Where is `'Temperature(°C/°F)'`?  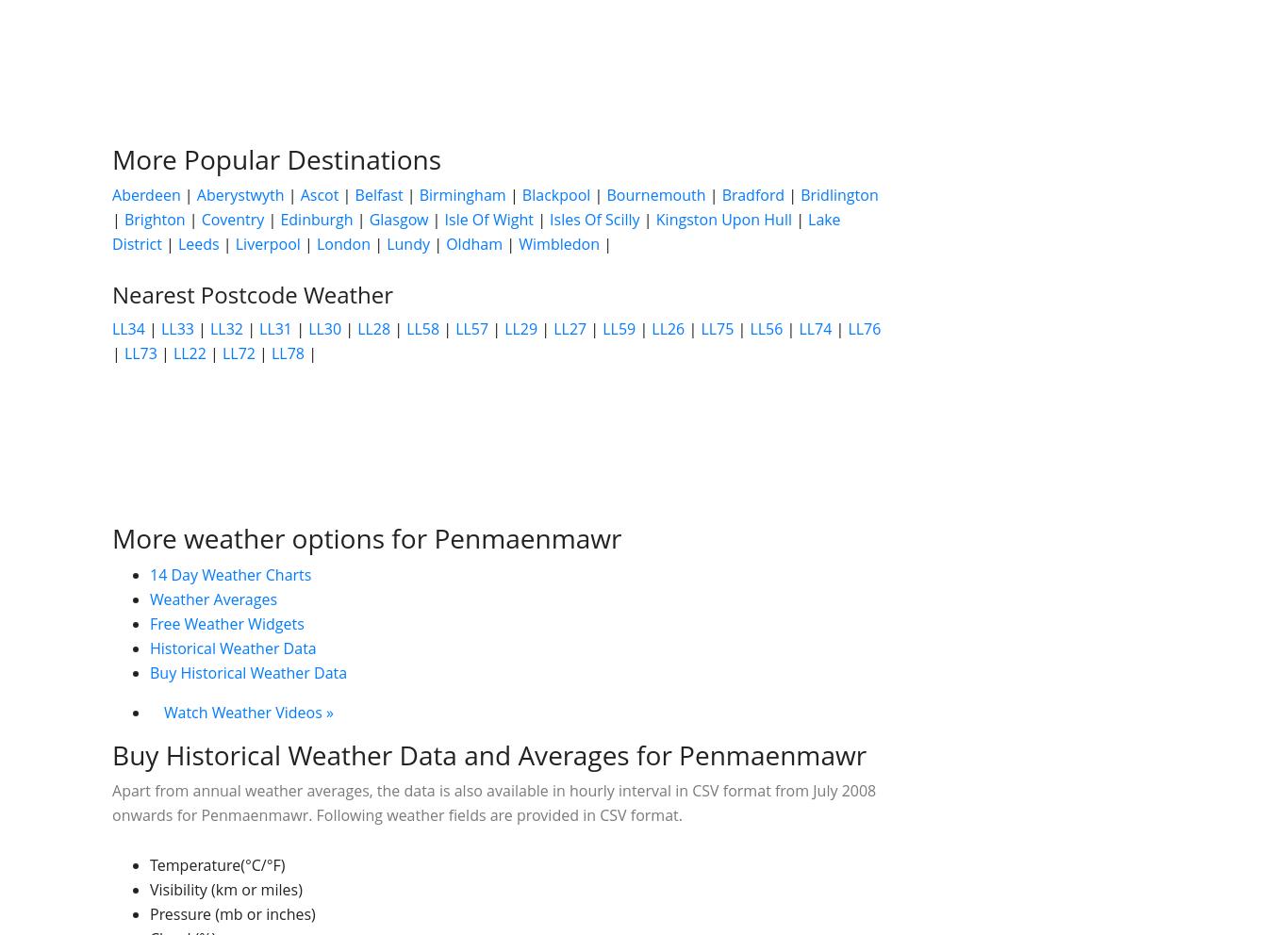
'Temperature(°C/°F)' is located at coordinates (217, 863).